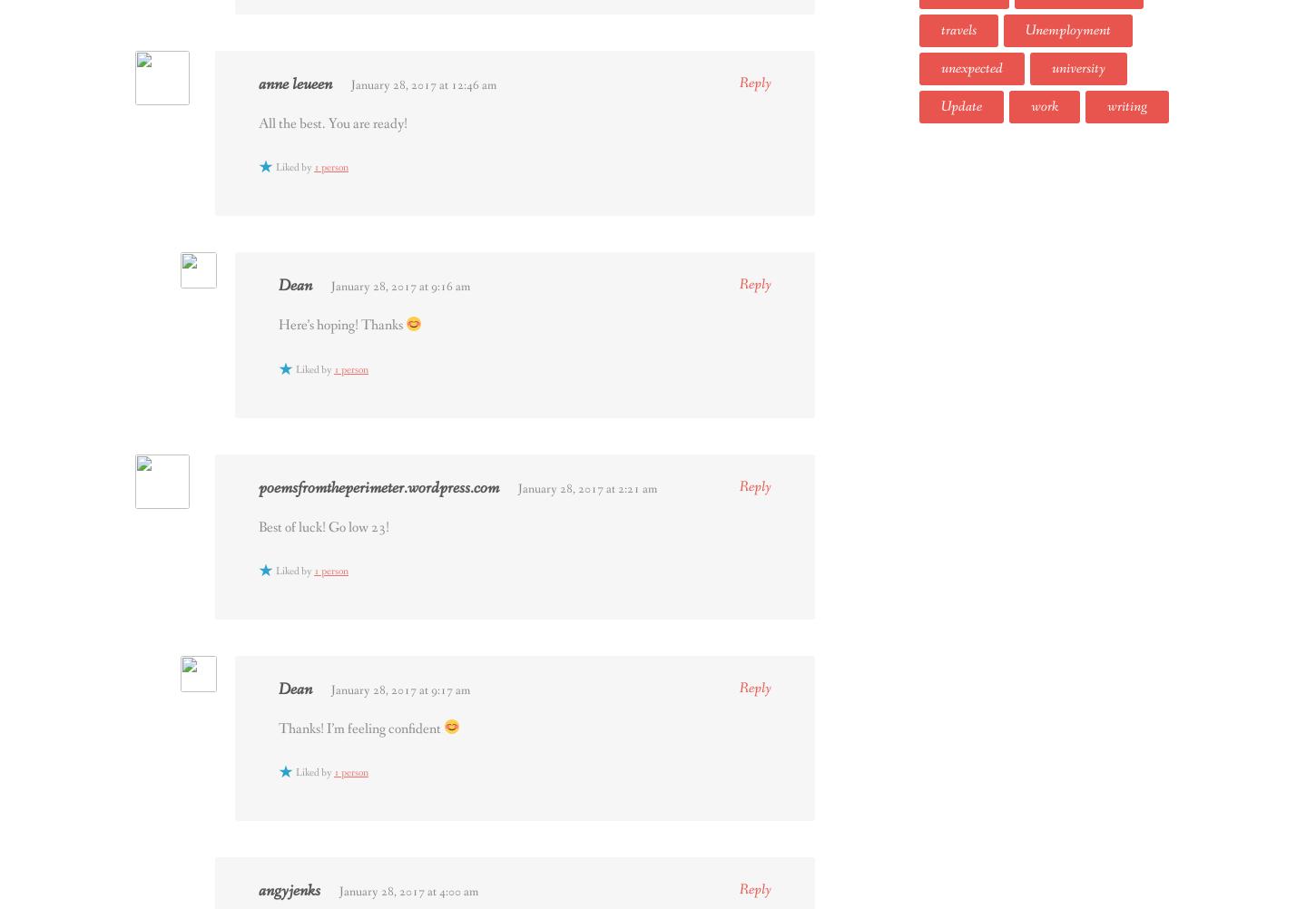 This screenshot has width=1316, height=909. I want to click on 'Best of luck! Go low 23!', so click(323, 526).